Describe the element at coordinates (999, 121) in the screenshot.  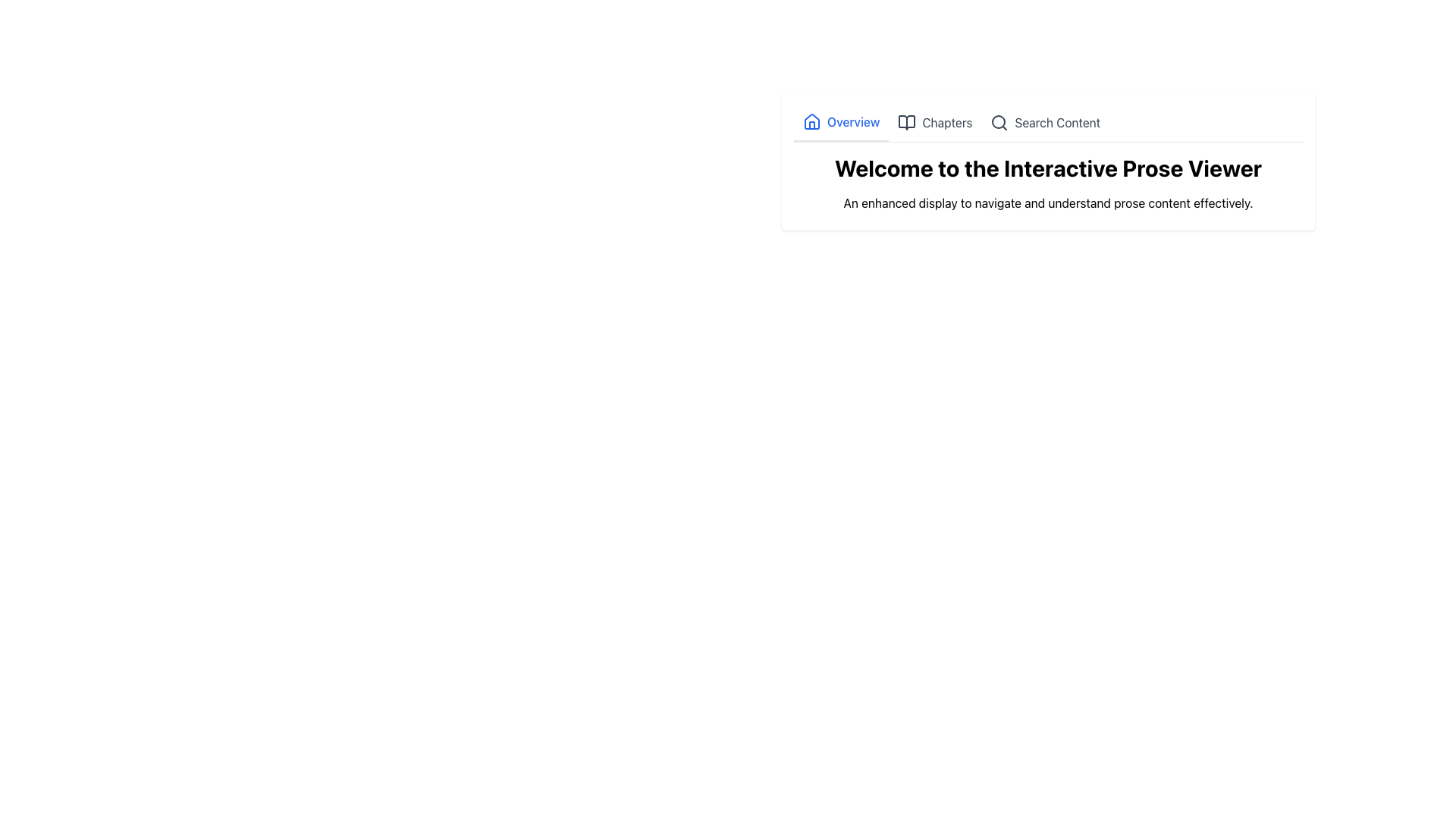
I see `the circular part of the magnifying glass icon within the 'Search Content' tab to initiate the search functionality` at that location.